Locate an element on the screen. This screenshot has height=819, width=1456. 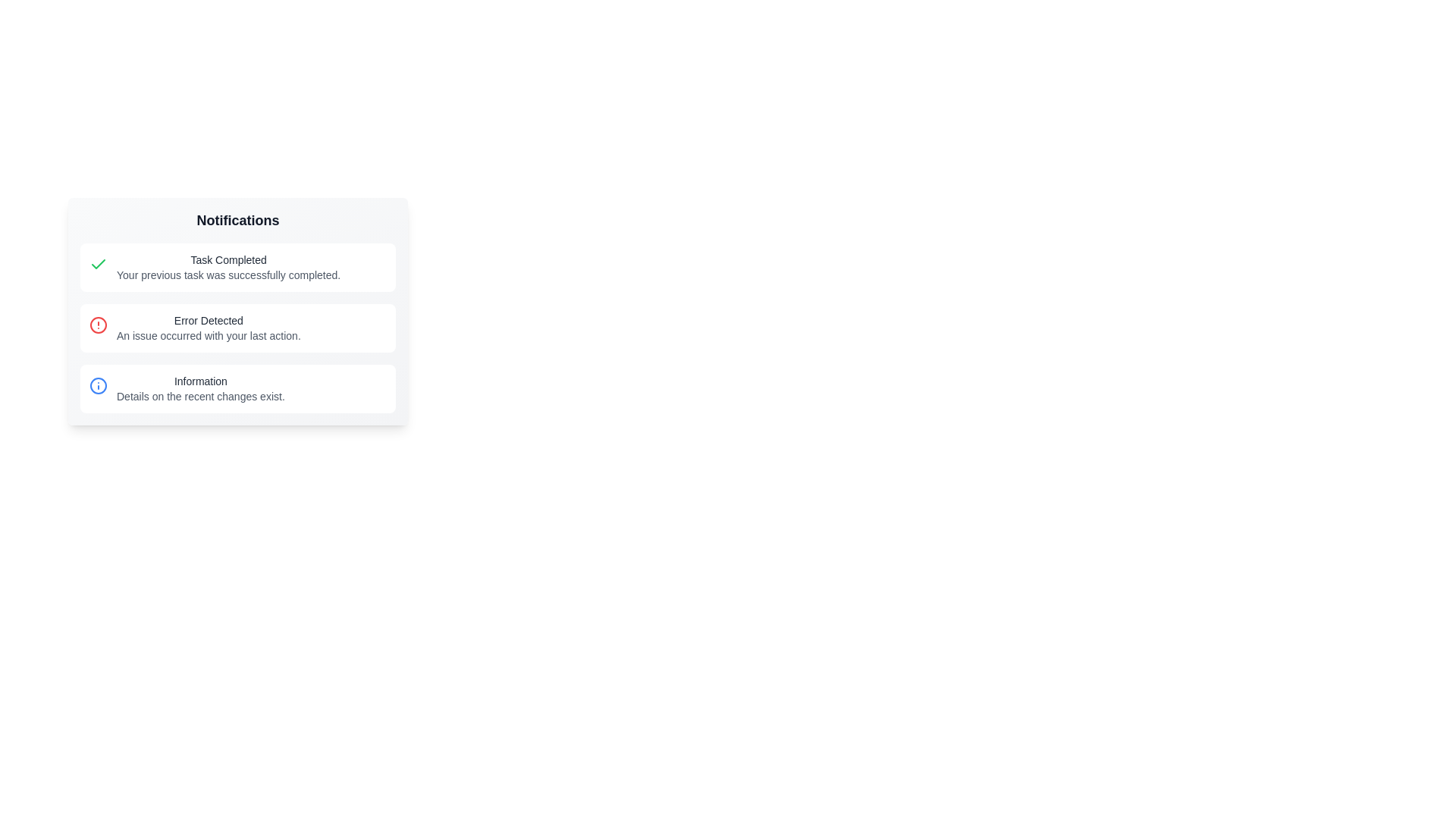
static text that provides additional details about the successful completion of a task, located under the 'Task Completed' title in the top notification card is located at coordinates (227, 275).